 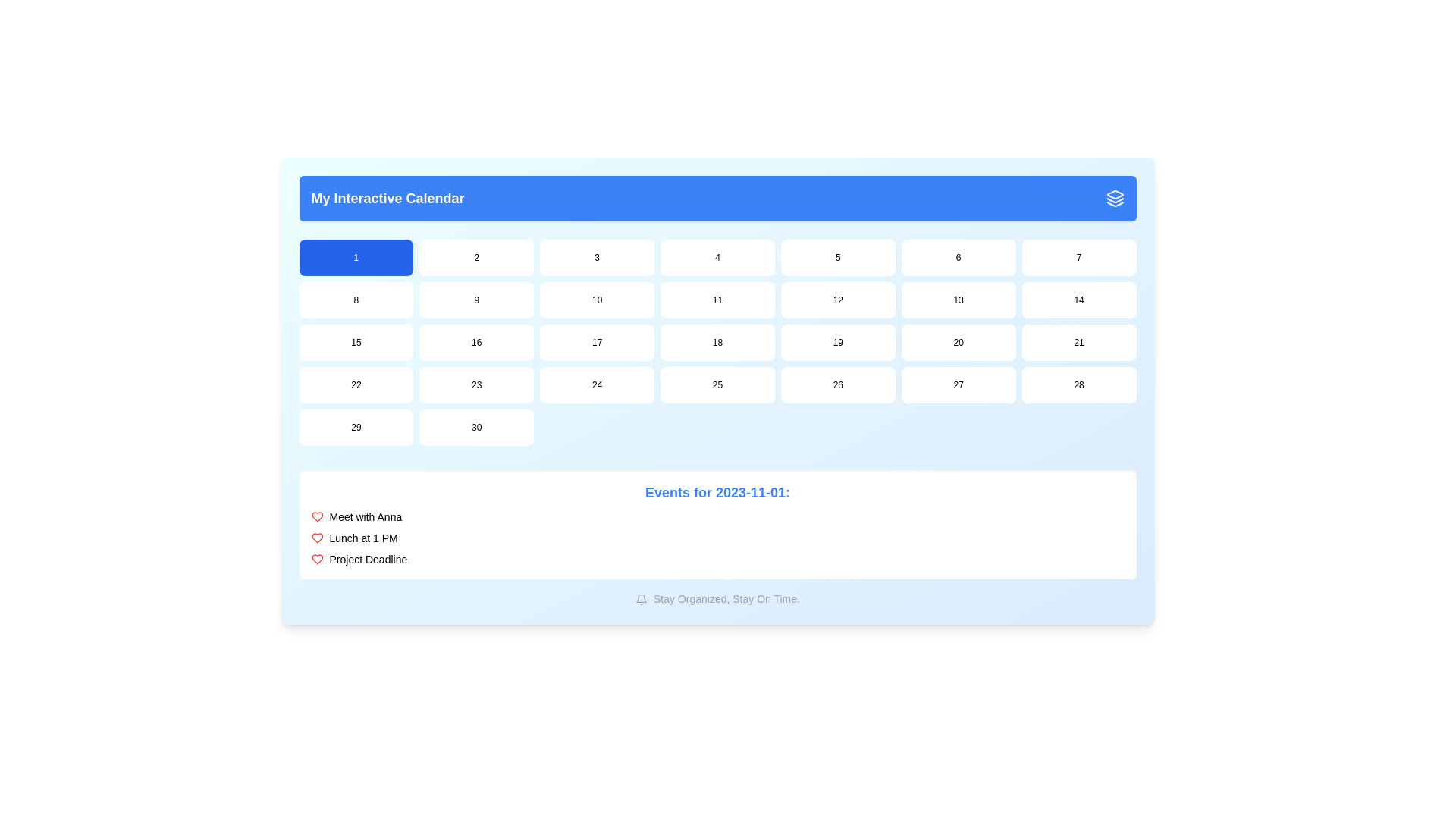 I want to click on the text element displaying 'My Interactive Calendar' in bold white font, located within the blue header bar at the top of the main content area, so click(x=388, y=198).